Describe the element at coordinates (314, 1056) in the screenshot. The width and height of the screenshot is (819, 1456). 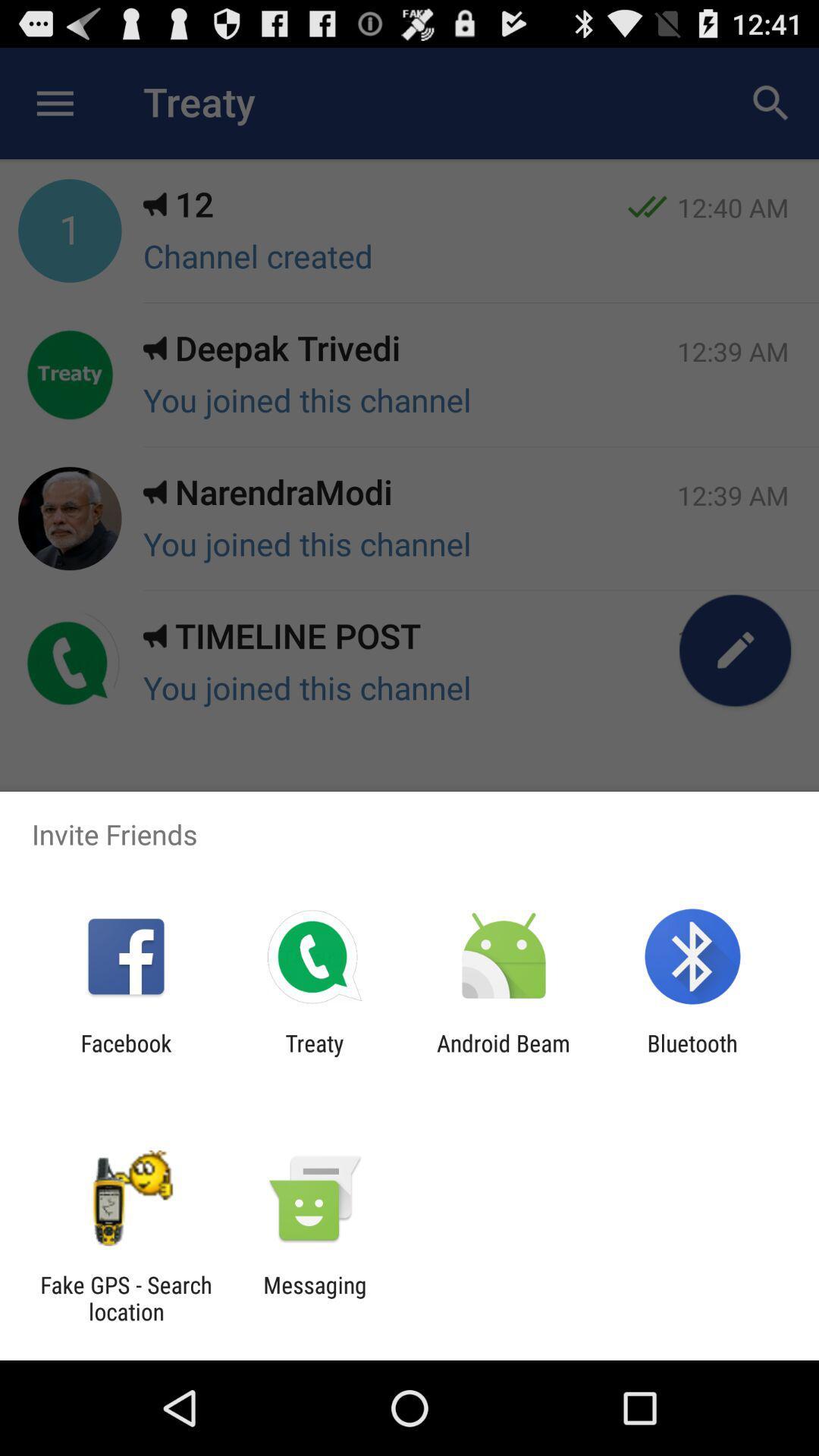
I see `the treaty item` at that location.